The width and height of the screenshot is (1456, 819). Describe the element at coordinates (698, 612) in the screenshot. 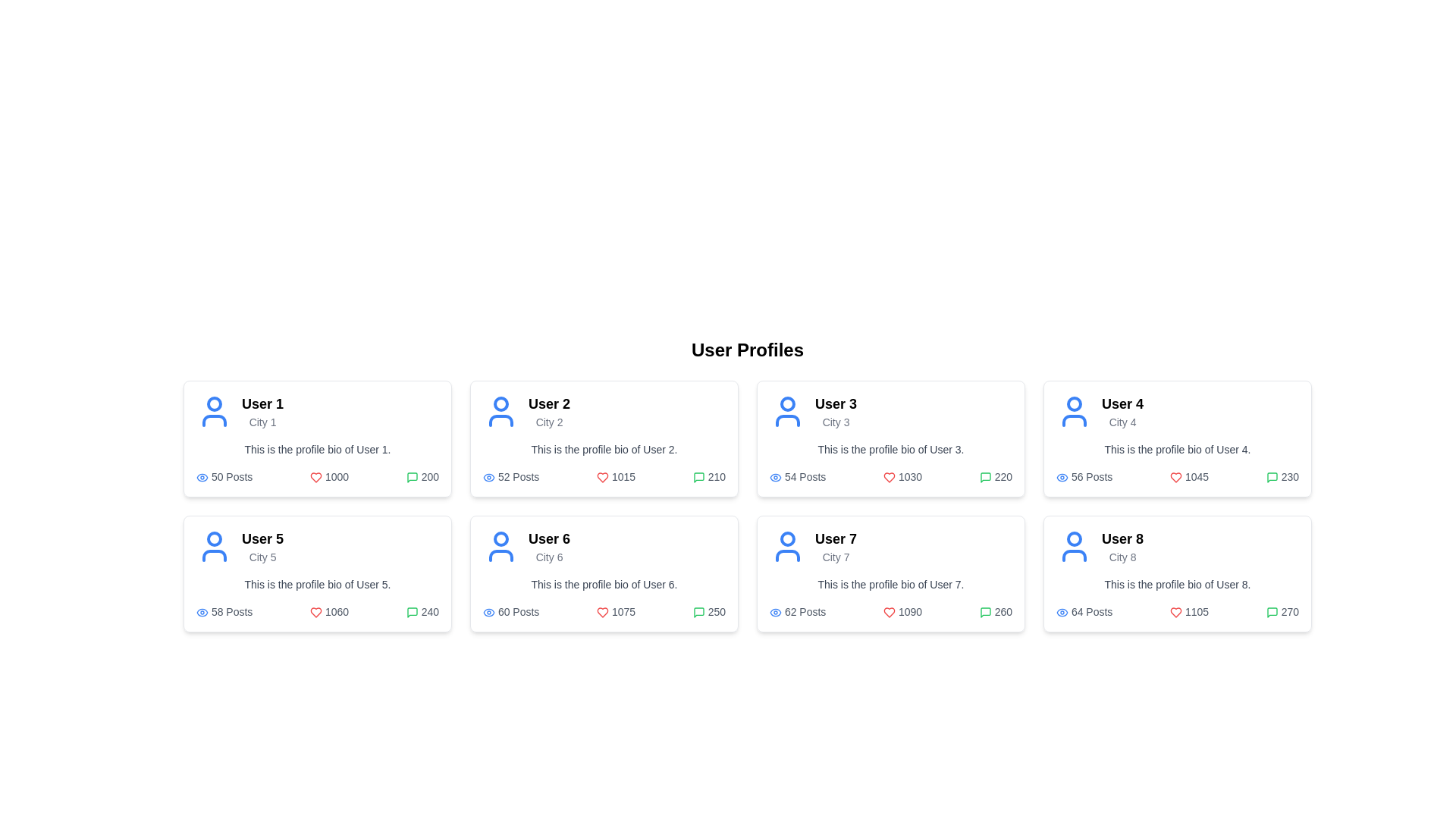

I see `the chat icon located in the bottom-right area of 'User 7's profile card` at that location.